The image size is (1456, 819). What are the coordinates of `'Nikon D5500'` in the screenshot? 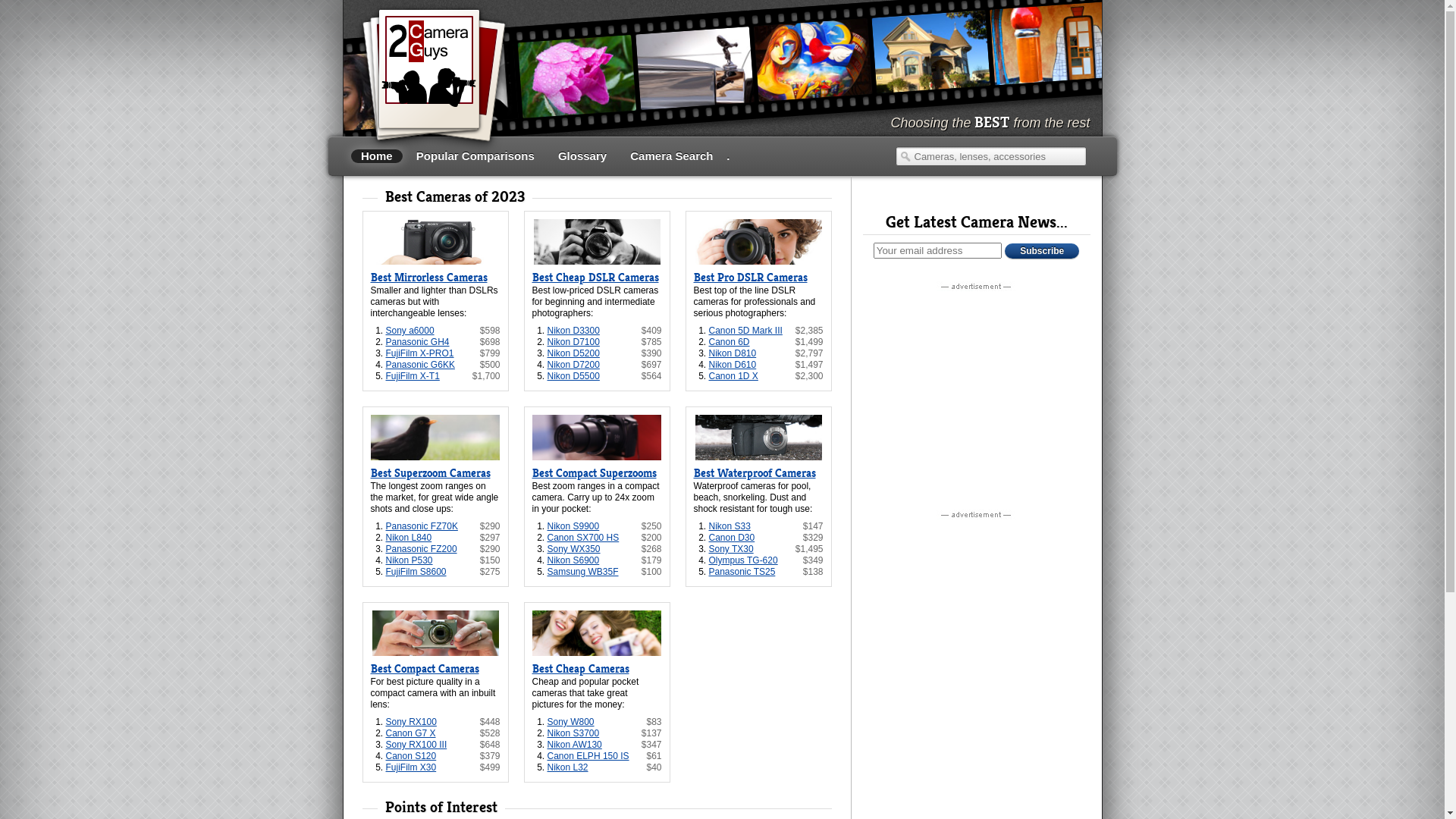 It's located at (546, 375).